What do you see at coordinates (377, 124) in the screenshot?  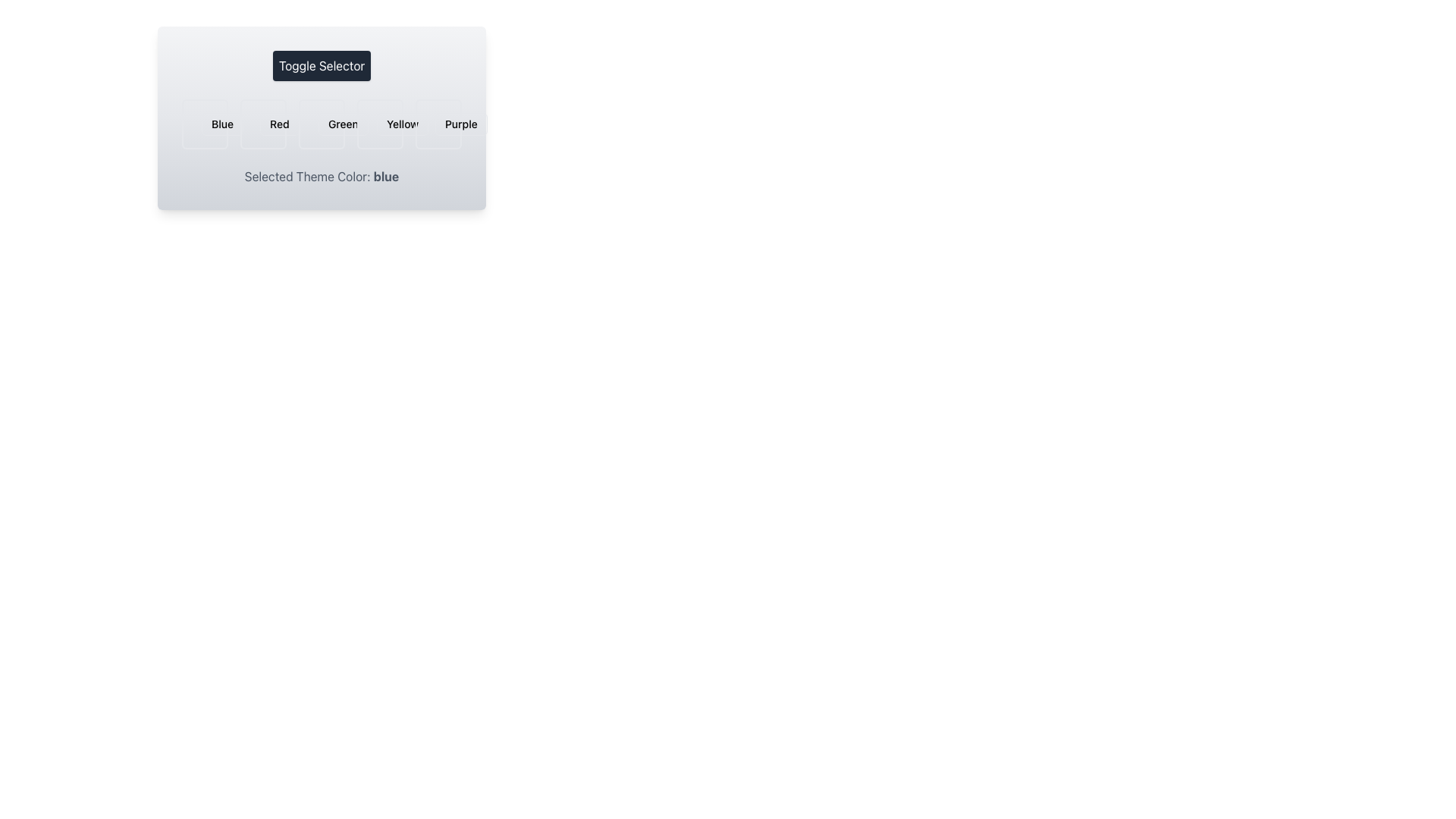 I see `the central circular element in the SVG graphic that serves as a visual indication or decoration, aligned with the 'Yellow' theme selector option` at bounding box center [377, 124].